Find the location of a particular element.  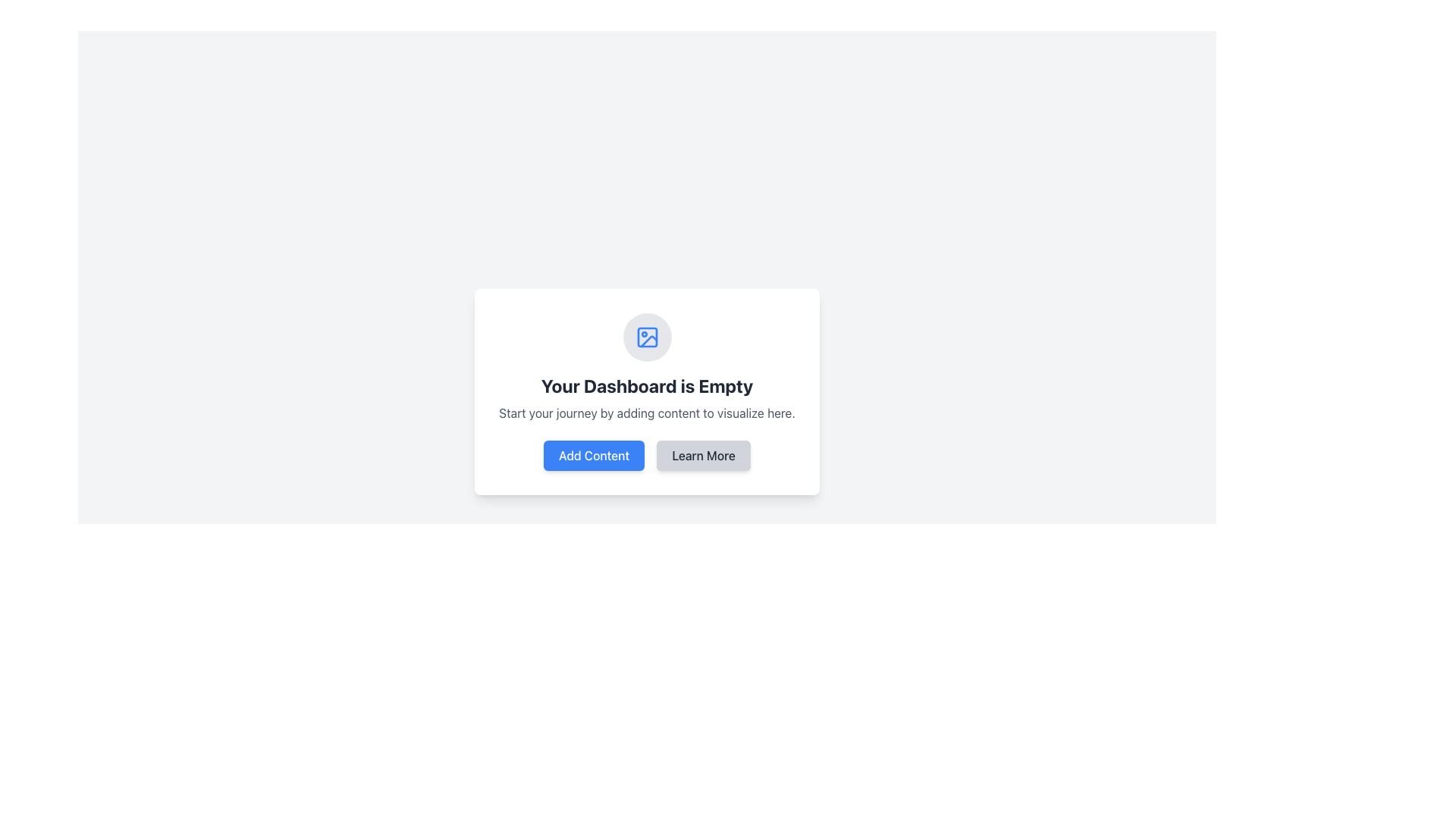

the rectangular button with rounded corners, styled in vibrant blue with white text that reads 'Add Content', to observe visual feedback is located at coordinates (593, 455).